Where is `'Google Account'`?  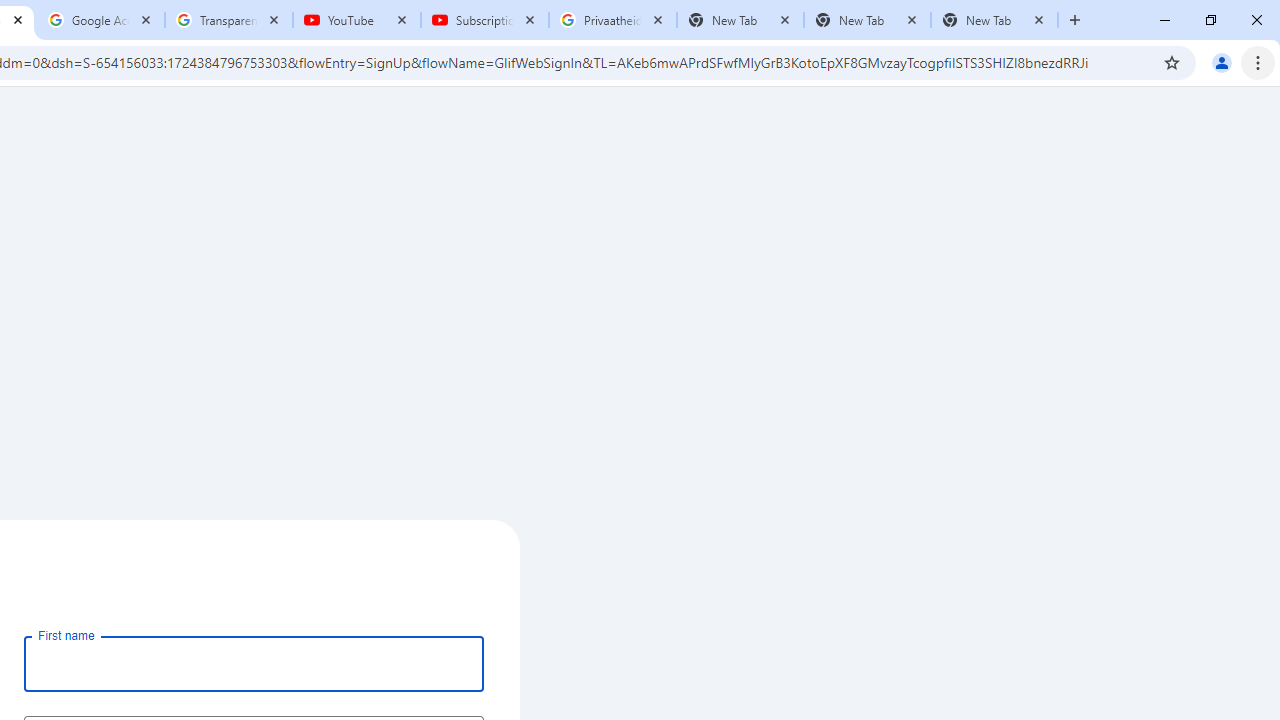
'Google Account' is located at coordinates (100, 20).